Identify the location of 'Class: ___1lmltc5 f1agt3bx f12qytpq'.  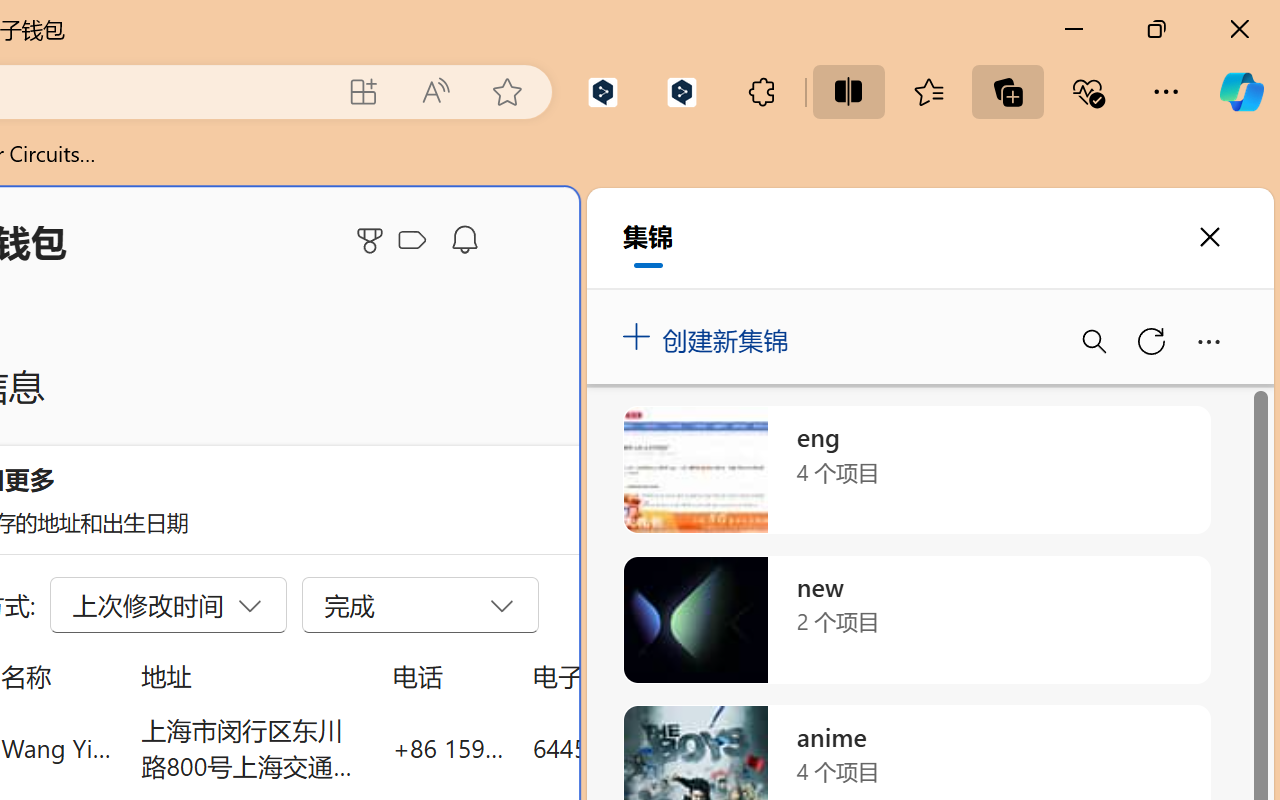
(411, 240).